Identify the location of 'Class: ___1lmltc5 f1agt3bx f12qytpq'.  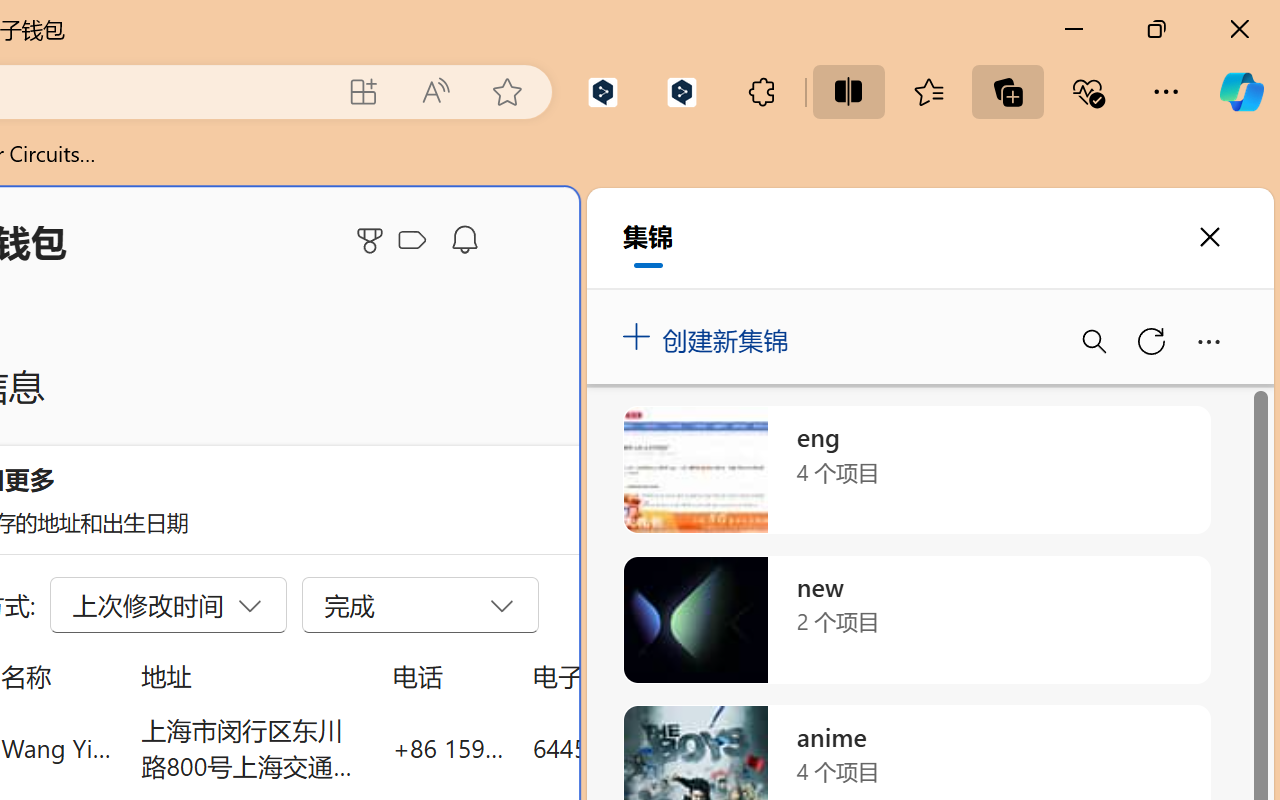
(411, 240).